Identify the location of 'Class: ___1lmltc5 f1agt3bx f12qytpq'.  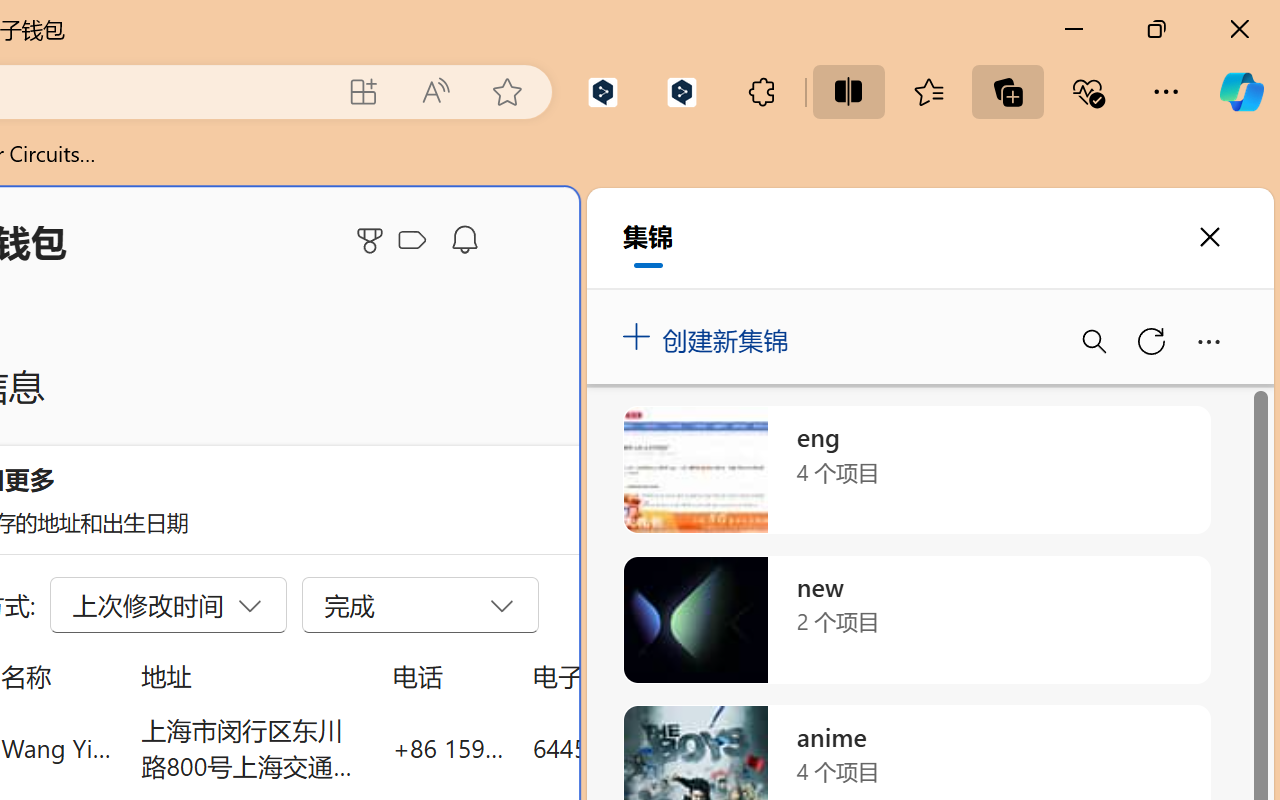
(411, 240).